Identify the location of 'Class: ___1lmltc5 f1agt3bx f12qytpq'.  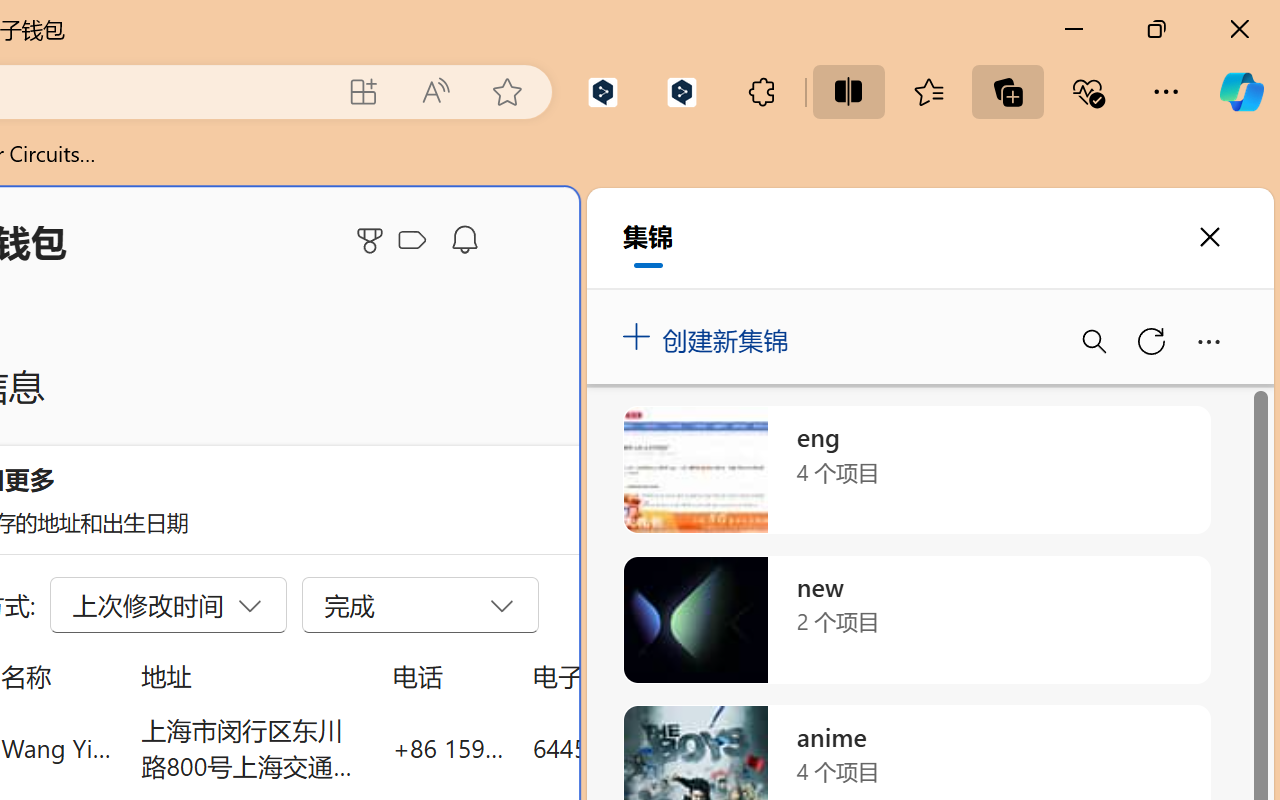
(411, 240).